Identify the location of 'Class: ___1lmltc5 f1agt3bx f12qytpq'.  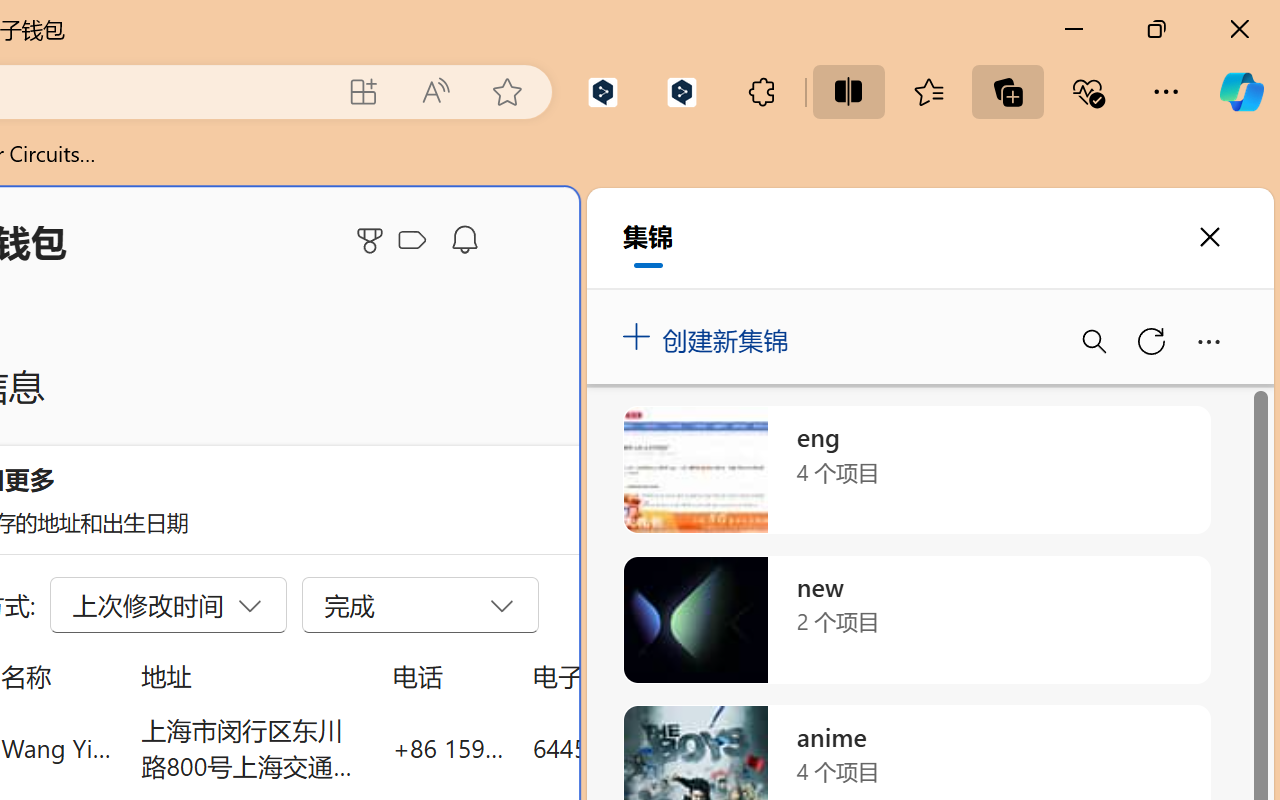
(411, 240).